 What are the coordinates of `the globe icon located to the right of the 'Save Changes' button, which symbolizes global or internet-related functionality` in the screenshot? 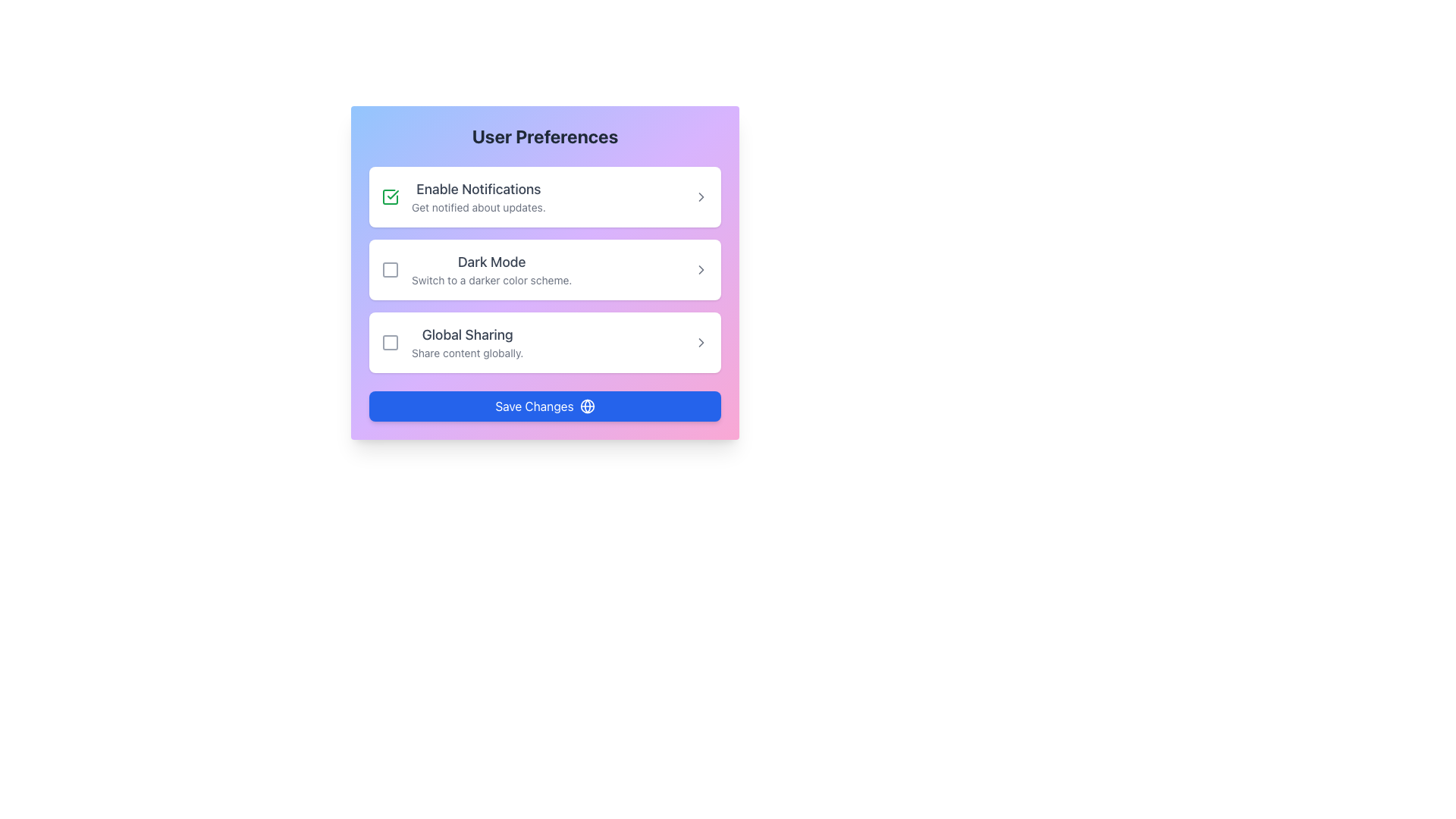 It's located at (586, 406).